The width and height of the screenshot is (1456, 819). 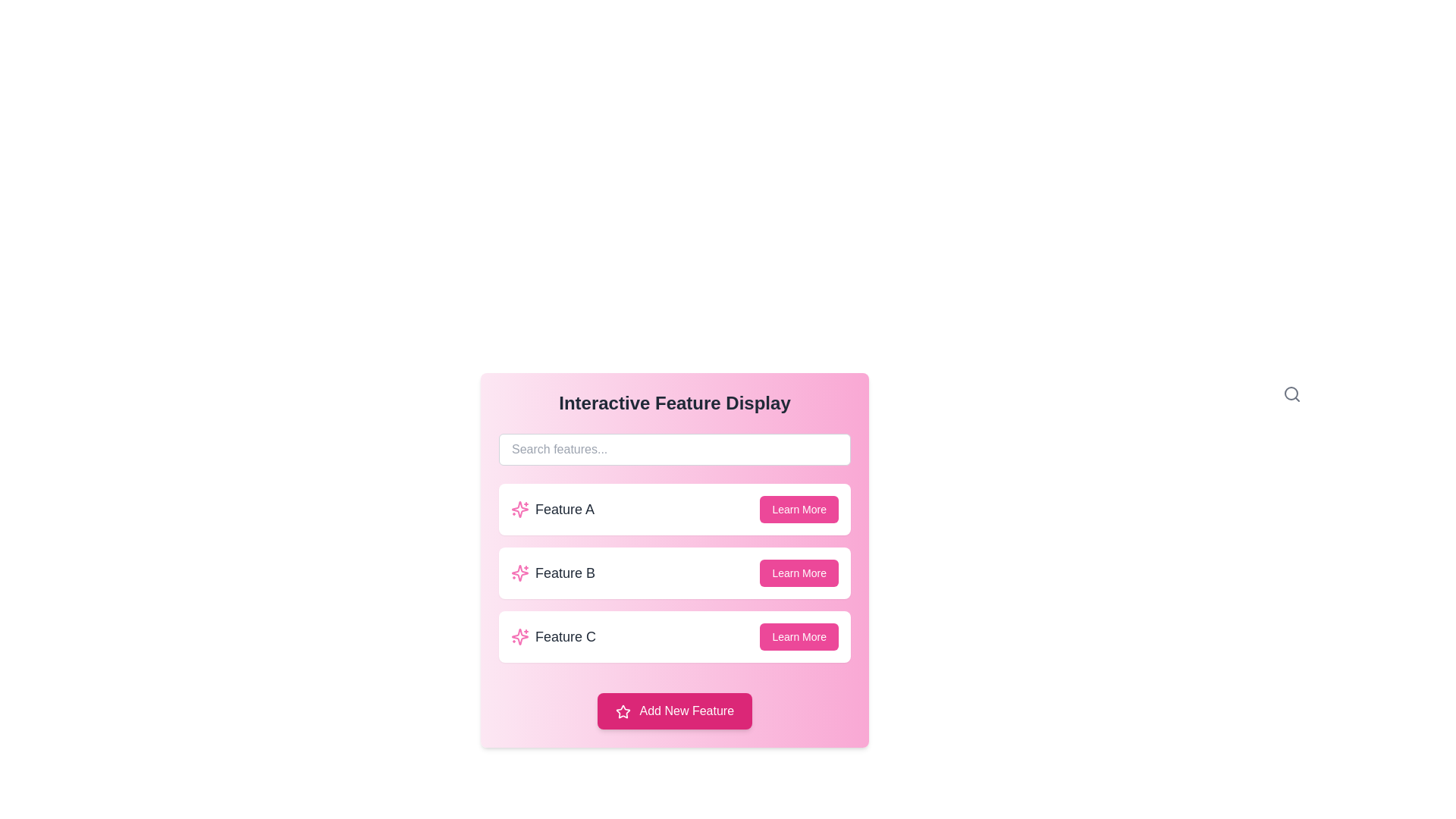 I want to click on the second item in the vertically stacked list of interactive features, which allows users, so click(x=673, y=573).